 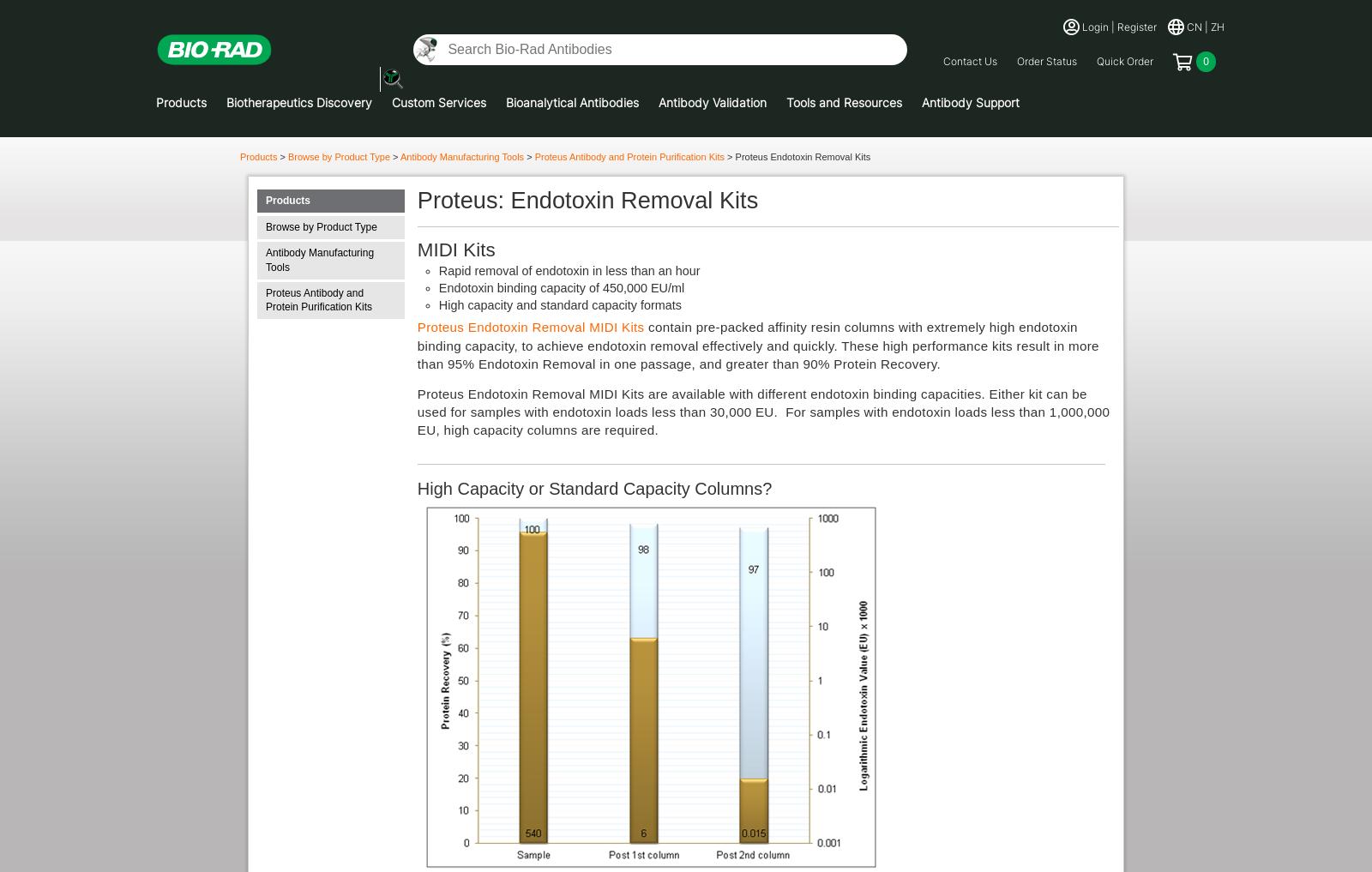 What do you see at coordinates (1207, 25) in the screenshot?
I see `'|'` at bounding box center [1207, 25].